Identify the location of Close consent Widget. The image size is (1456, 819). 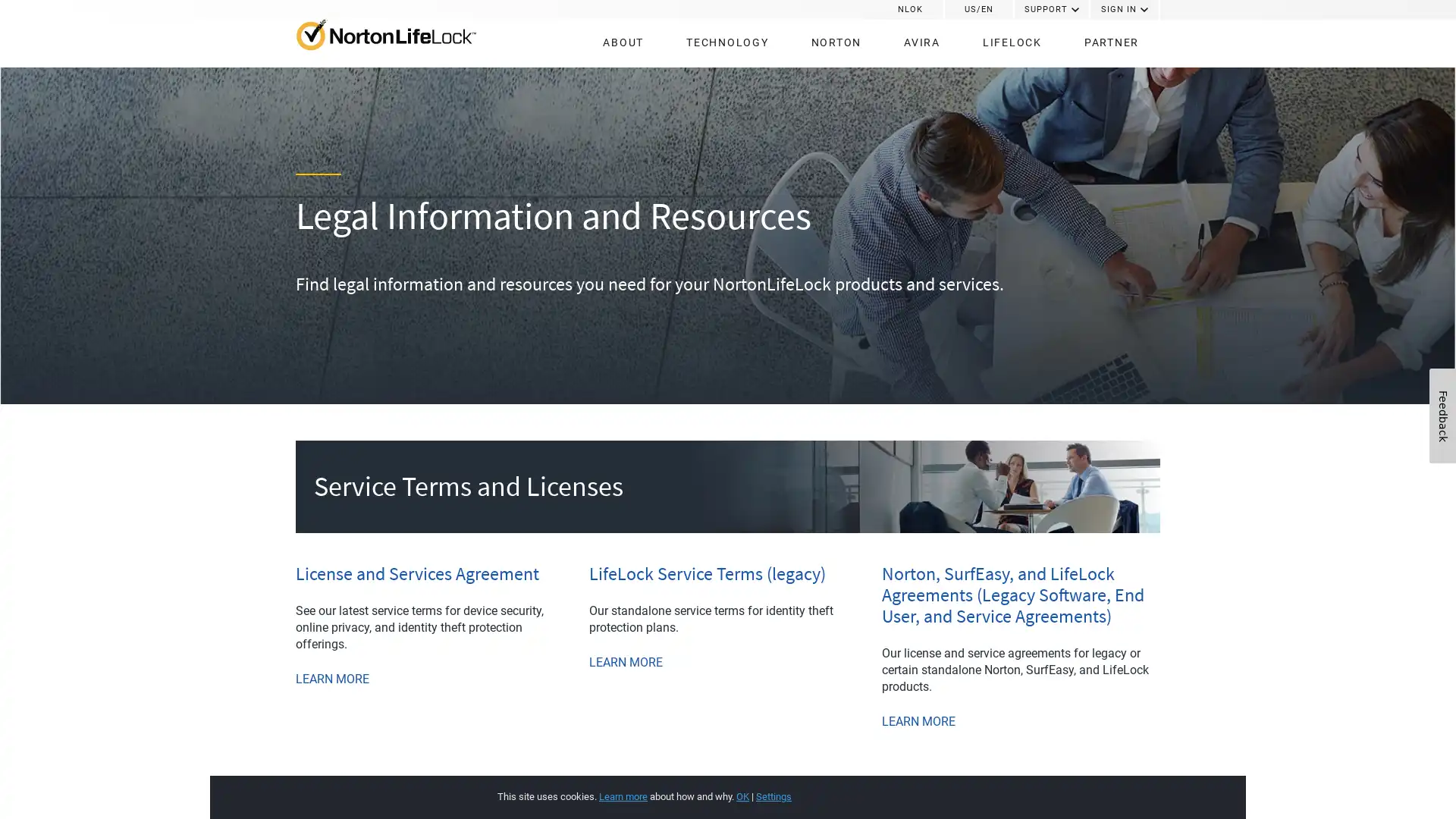
(1125, 780).